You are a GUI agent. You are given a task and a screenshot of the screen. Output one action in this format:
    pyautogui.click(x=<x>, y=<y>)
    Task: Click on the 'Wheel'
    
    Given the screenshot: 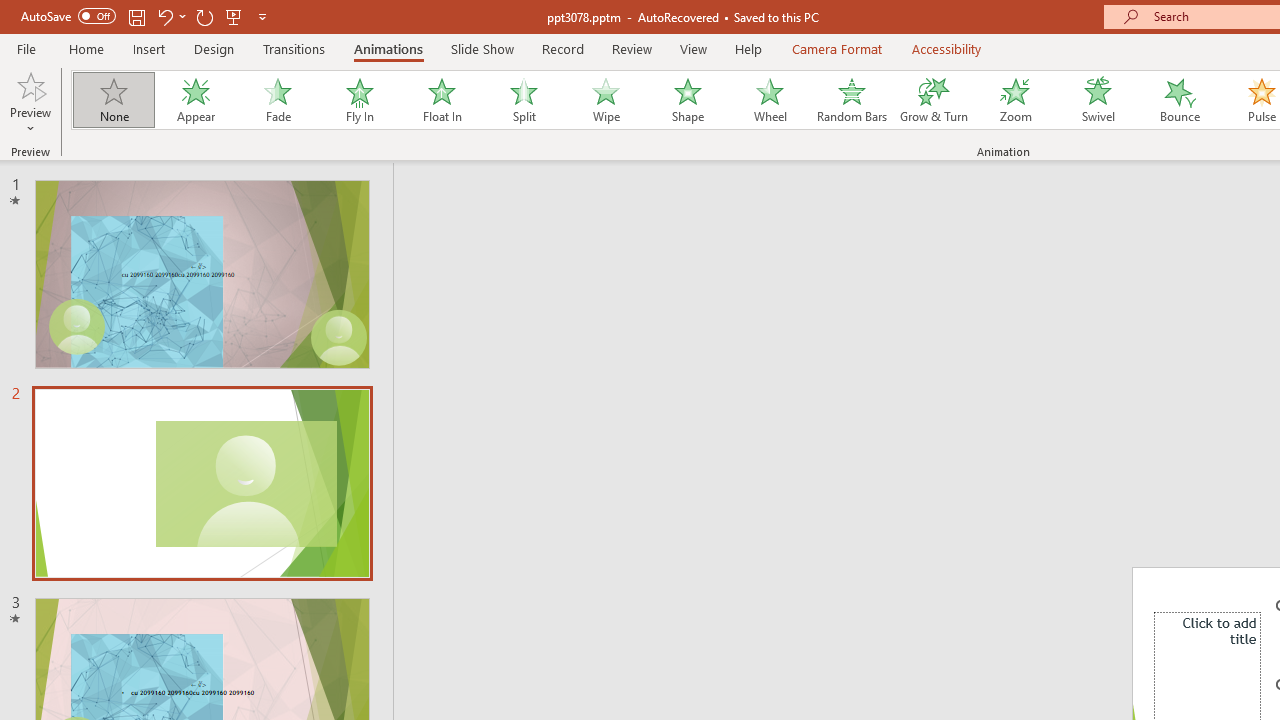 What is the action you would take?
    pyautogui.click(x=769, y=100)
    